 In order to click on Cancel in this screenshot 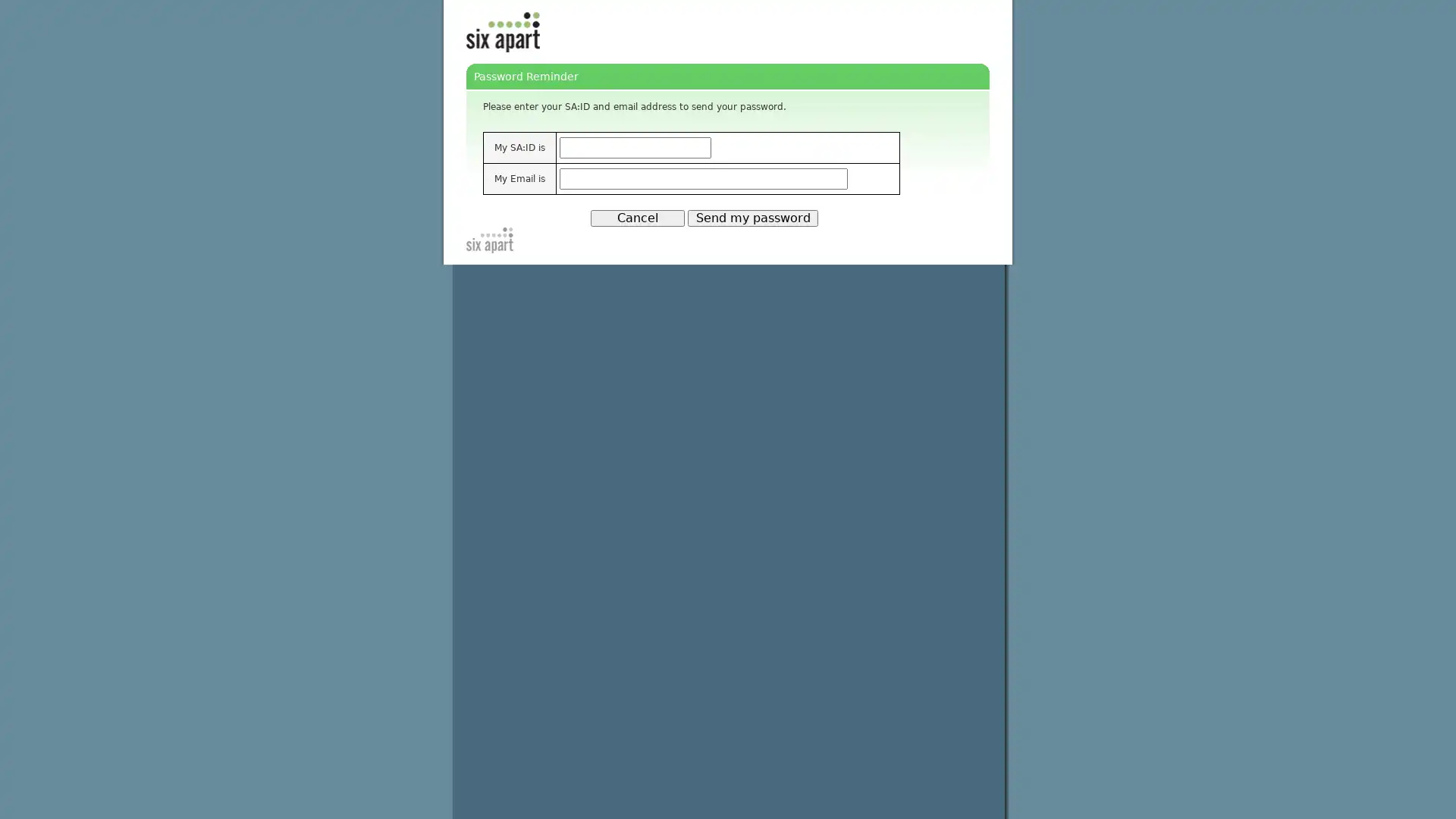, I will do `click(637, 218)`.